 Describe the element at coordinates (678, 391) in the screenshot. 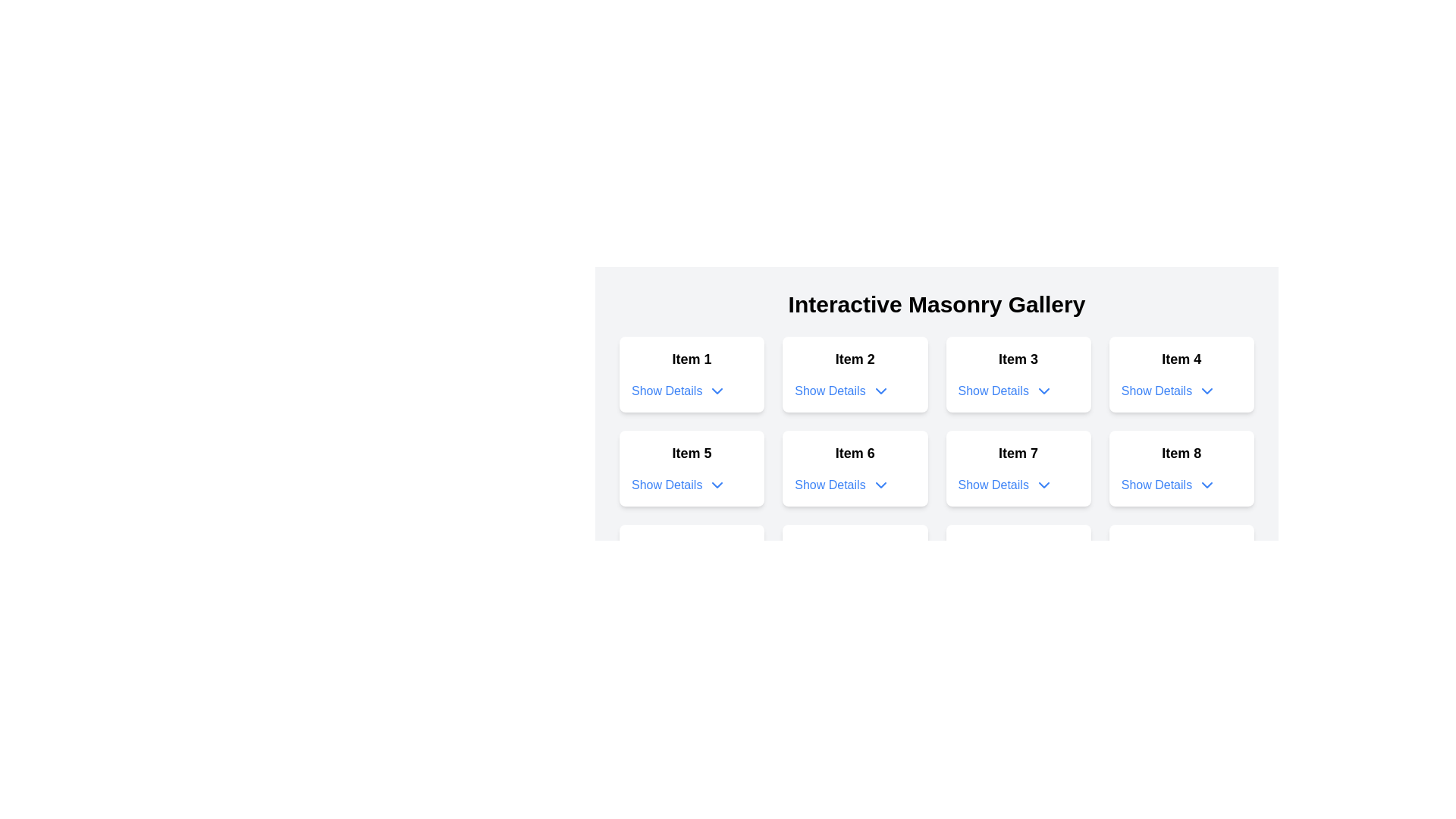

I see `the hyperlink styled with bold blue text displaying 'Show Details' and a downward-facing chevron icon located within the 'Item 1' card` at that location.